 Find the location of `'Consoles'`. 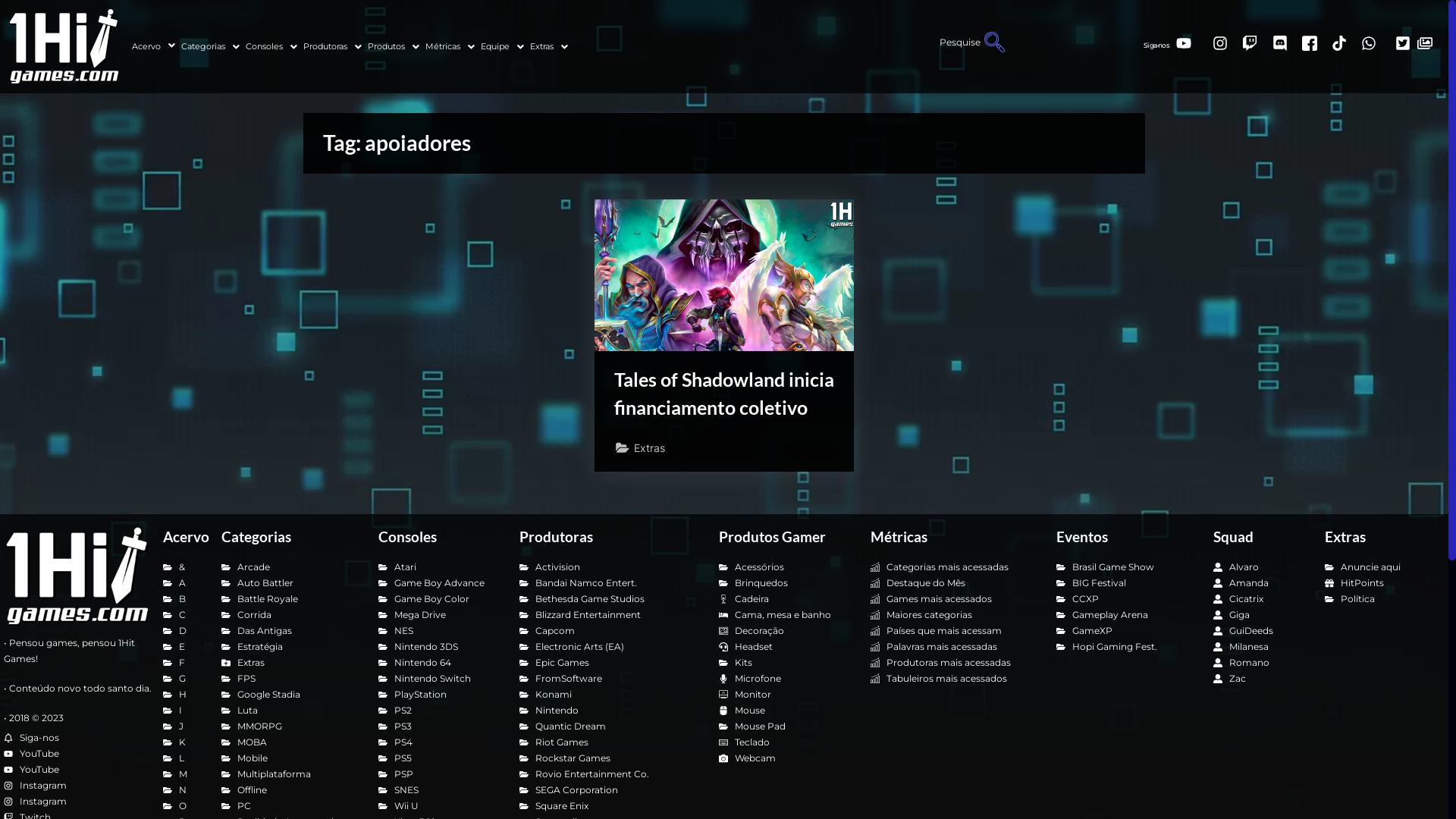

'Consoles' is located at coordinates (243, 45).